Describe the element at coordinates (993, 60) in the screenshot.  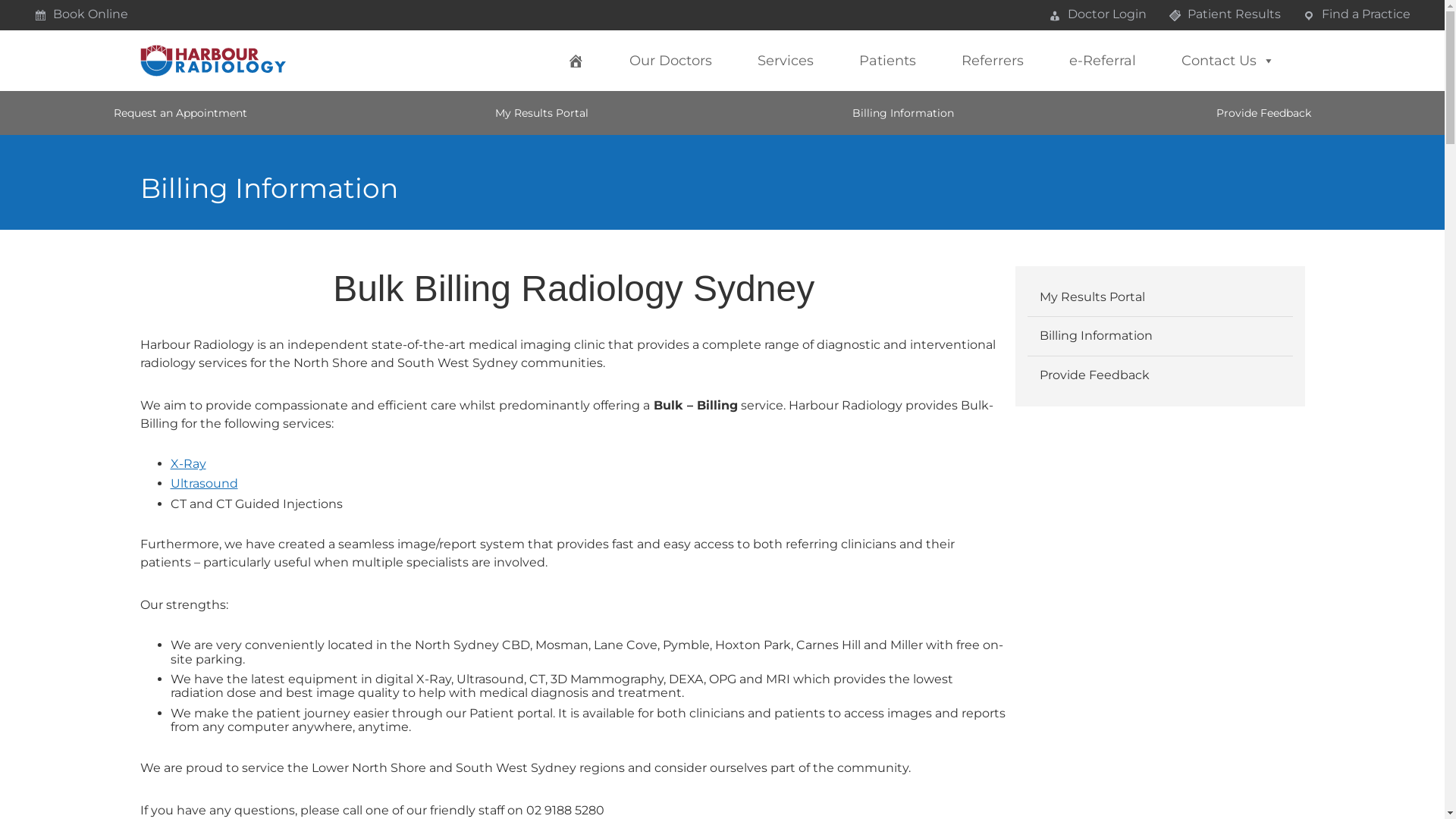
I see `'Referrers'` at that location.